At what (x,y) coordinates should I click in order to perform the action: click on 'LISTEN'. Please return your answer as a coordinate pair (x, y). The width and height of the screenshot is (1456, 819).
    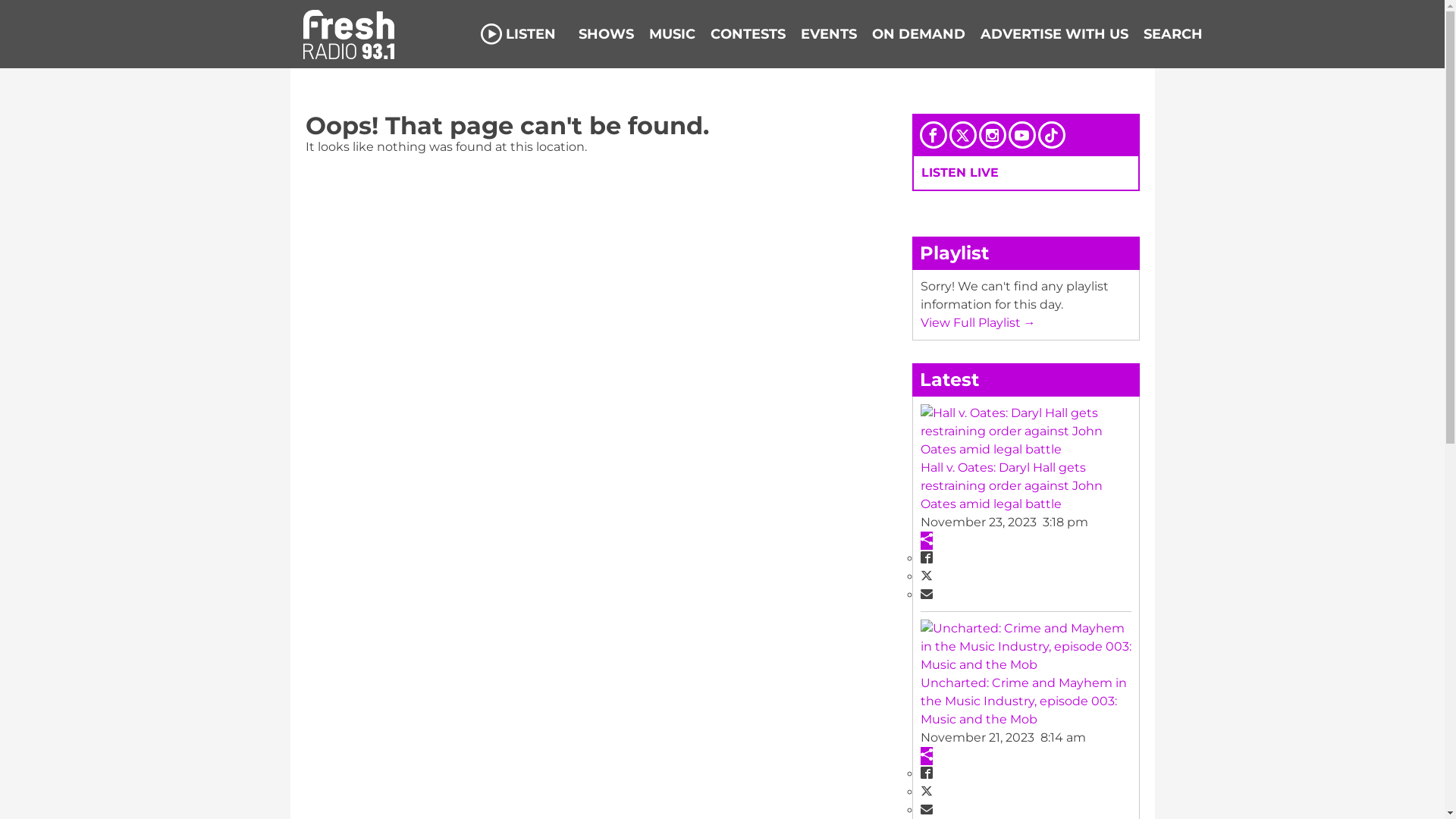
    Looking at the image, I should click on (465, 34).